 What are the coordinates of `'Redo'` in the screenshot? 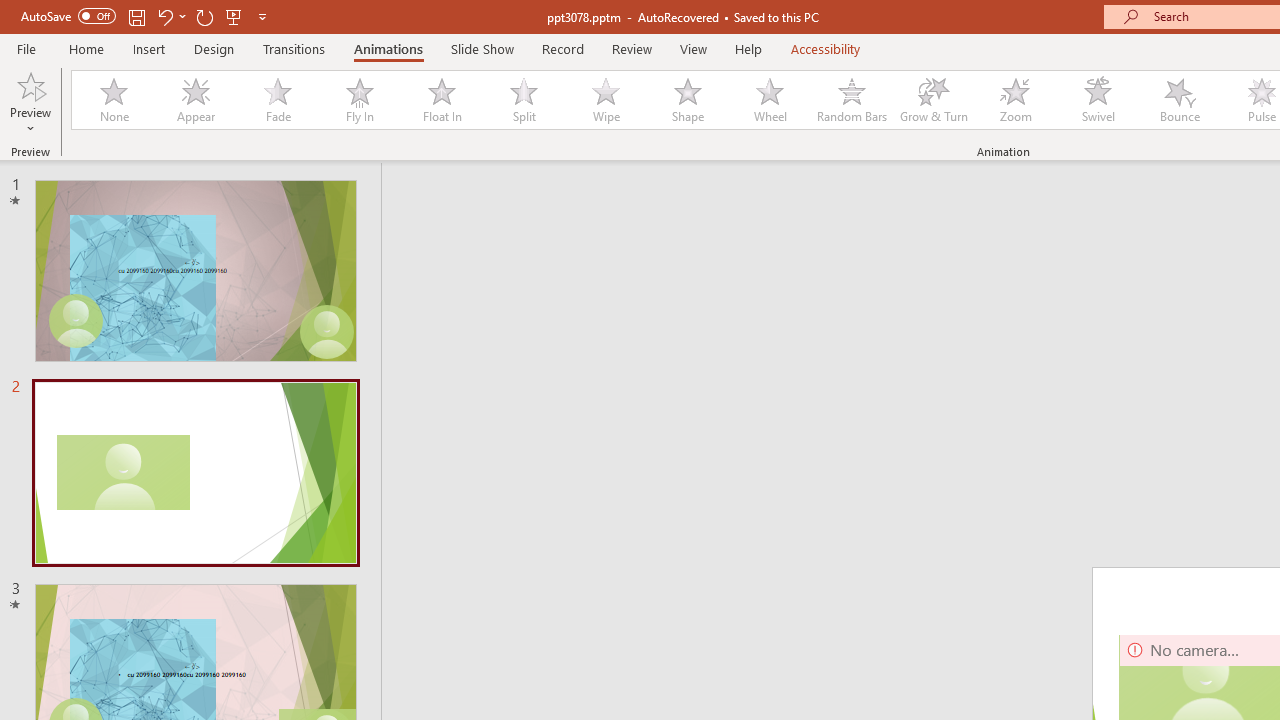 It's located at (204, 16).